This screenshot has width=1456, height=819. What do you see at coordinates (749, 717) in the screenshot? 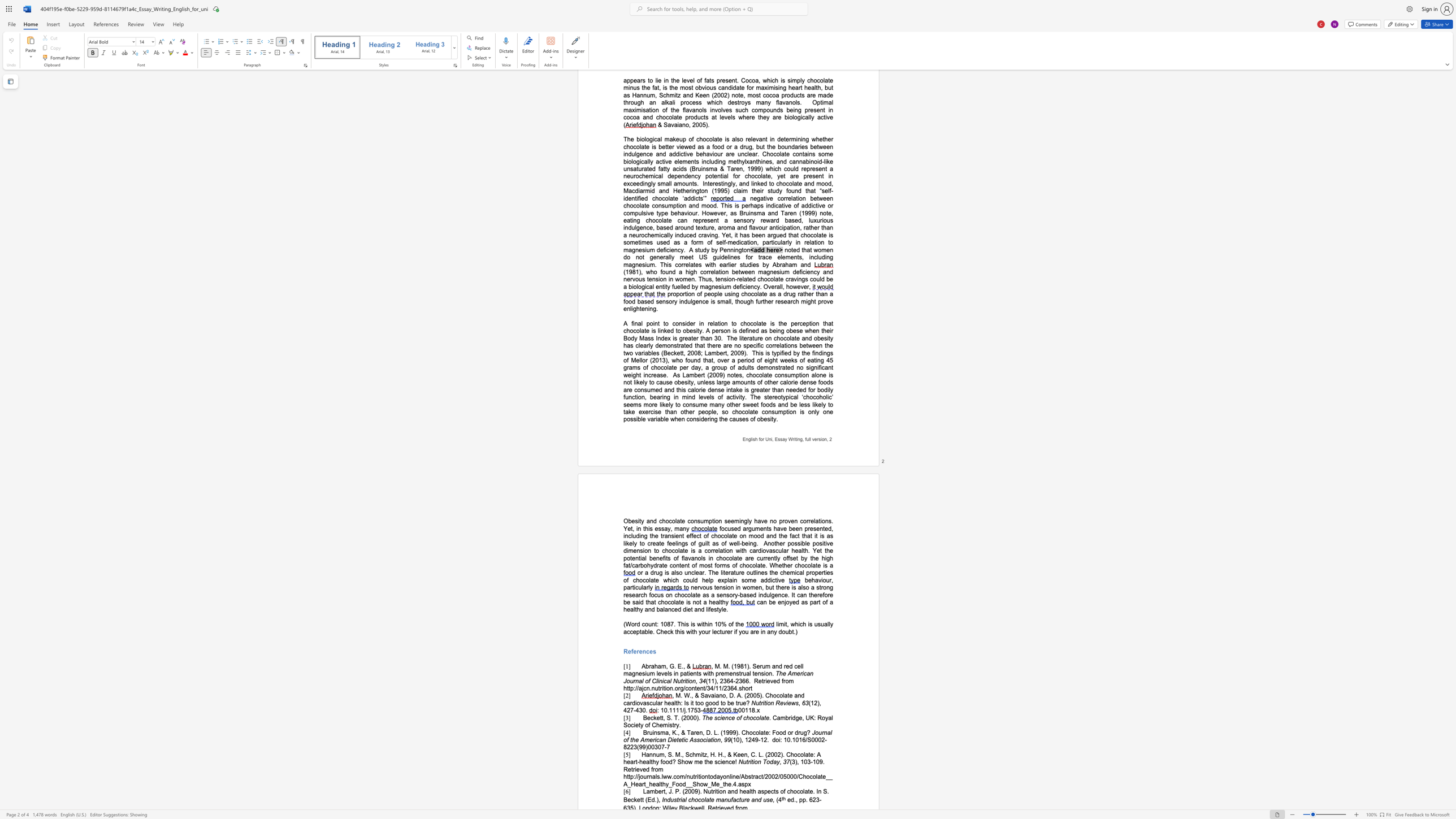
I see `the subset text "ocol" within the text "The science of chocolate"` at bounding box center [749, 717].